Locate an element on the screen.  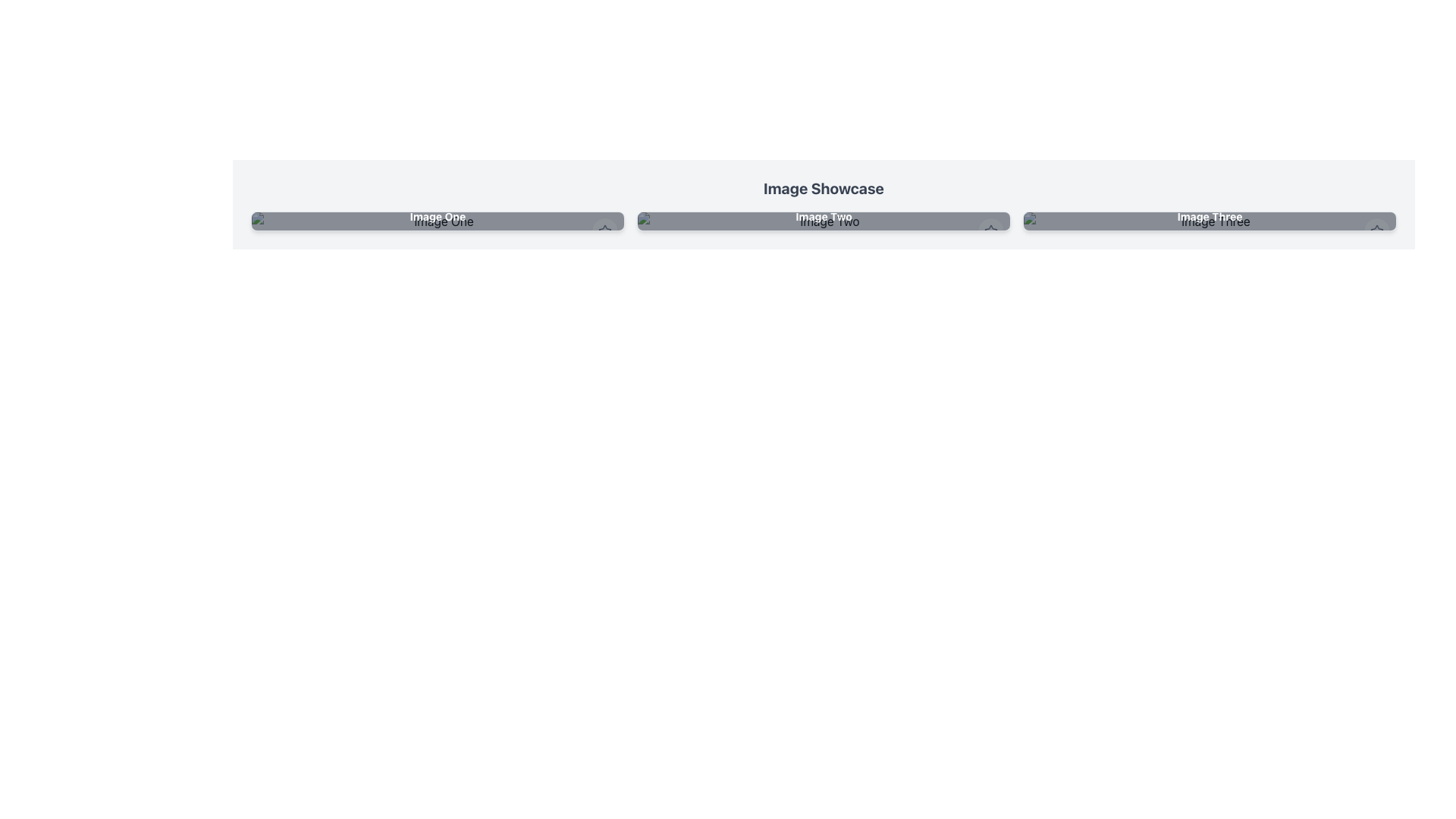
the image labeled 'Image Two' which is centrally positioned between 'Image One' and 'Image Three' in the image showcase is located at coordinates (823, 221).